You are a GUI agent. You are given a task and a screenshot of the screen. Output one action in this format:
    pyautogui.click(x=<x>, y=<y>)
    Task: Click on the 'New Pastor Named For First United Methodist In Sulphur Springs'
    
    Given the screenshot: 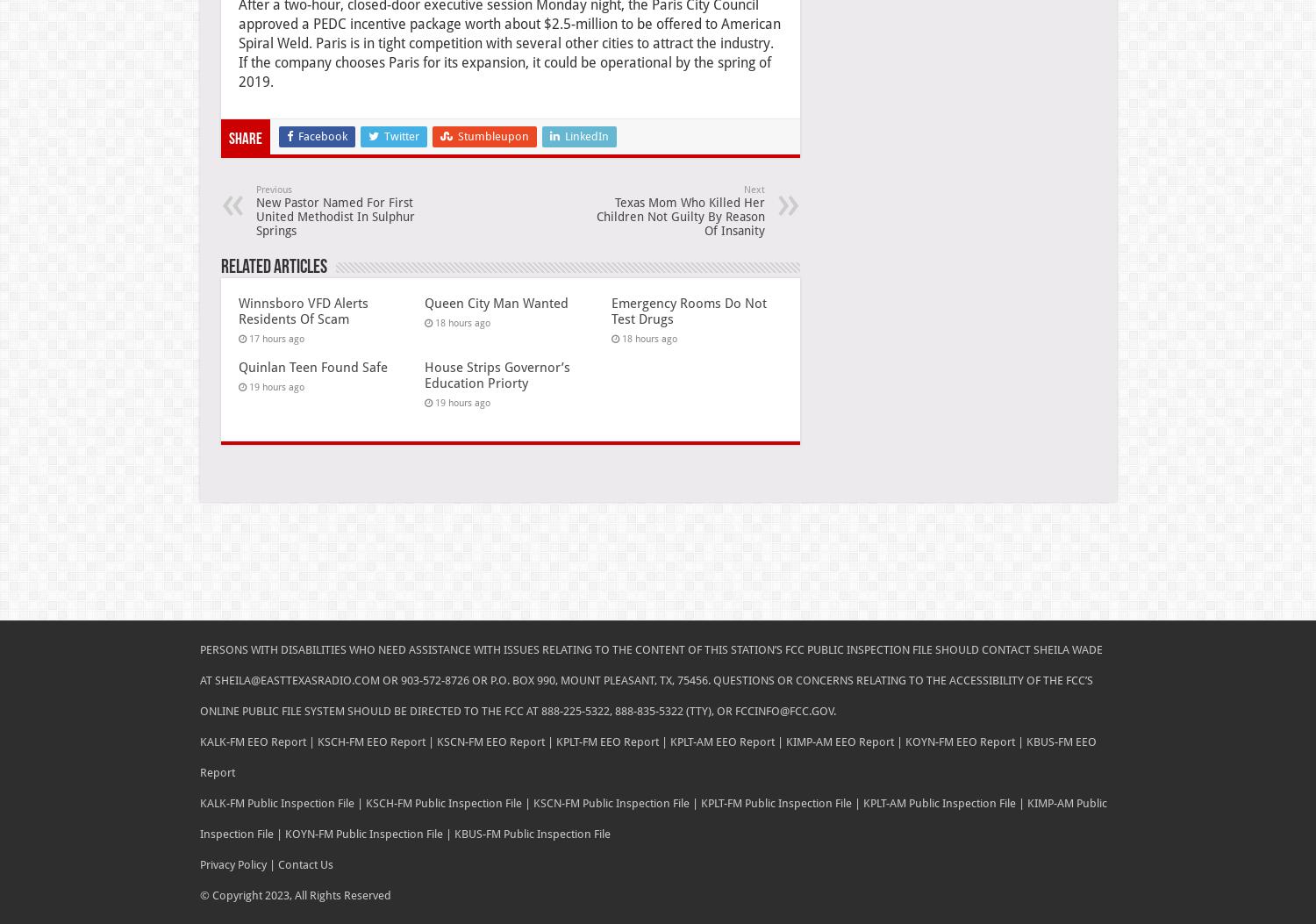 What is the action you would take?
    pyautogui.click(x=334, y=214)
    